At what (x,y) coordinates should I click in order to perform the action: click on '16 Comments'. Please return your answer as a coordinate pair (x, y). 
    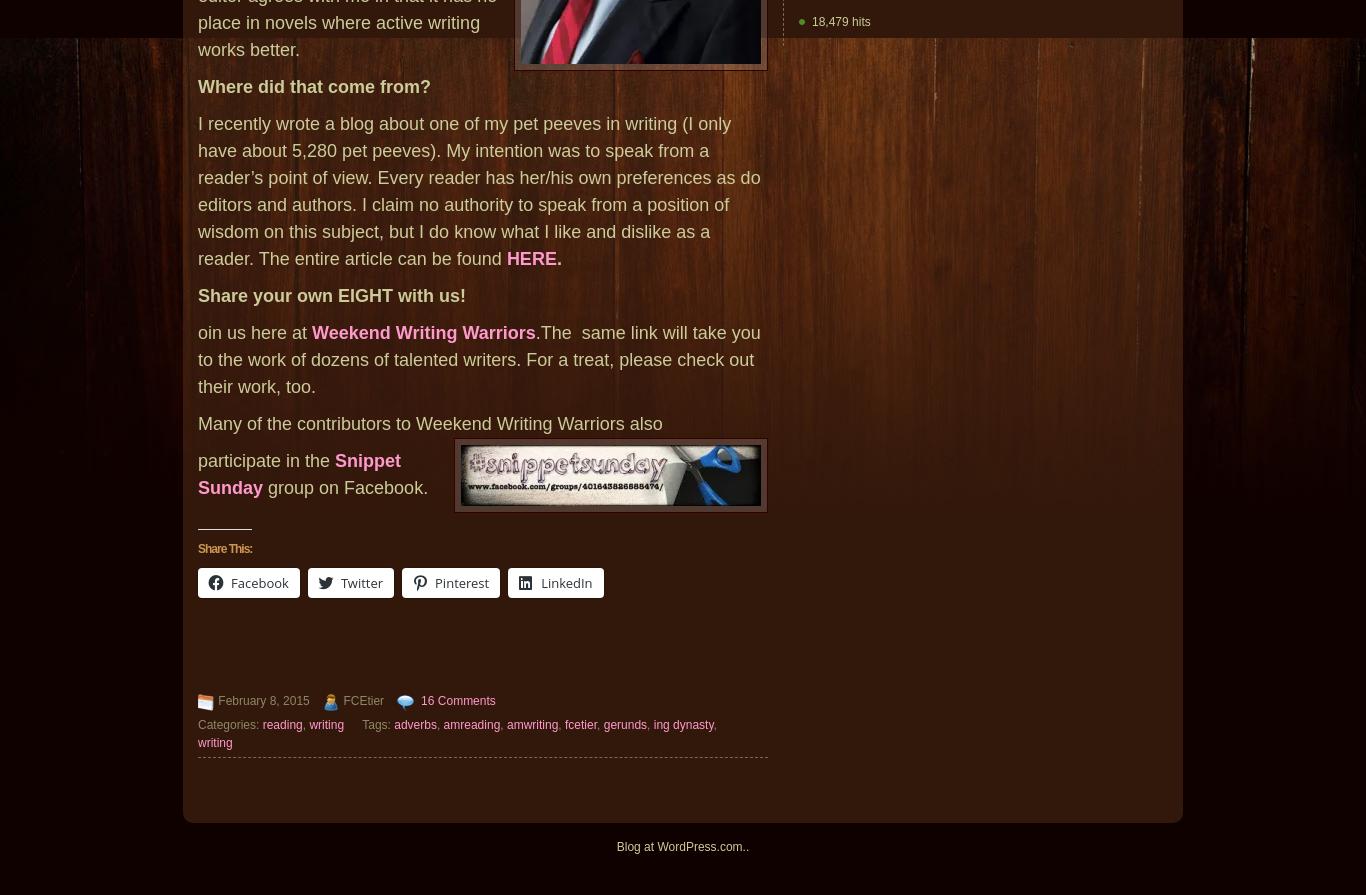
    Looking at the image, I should click on (458, 699).